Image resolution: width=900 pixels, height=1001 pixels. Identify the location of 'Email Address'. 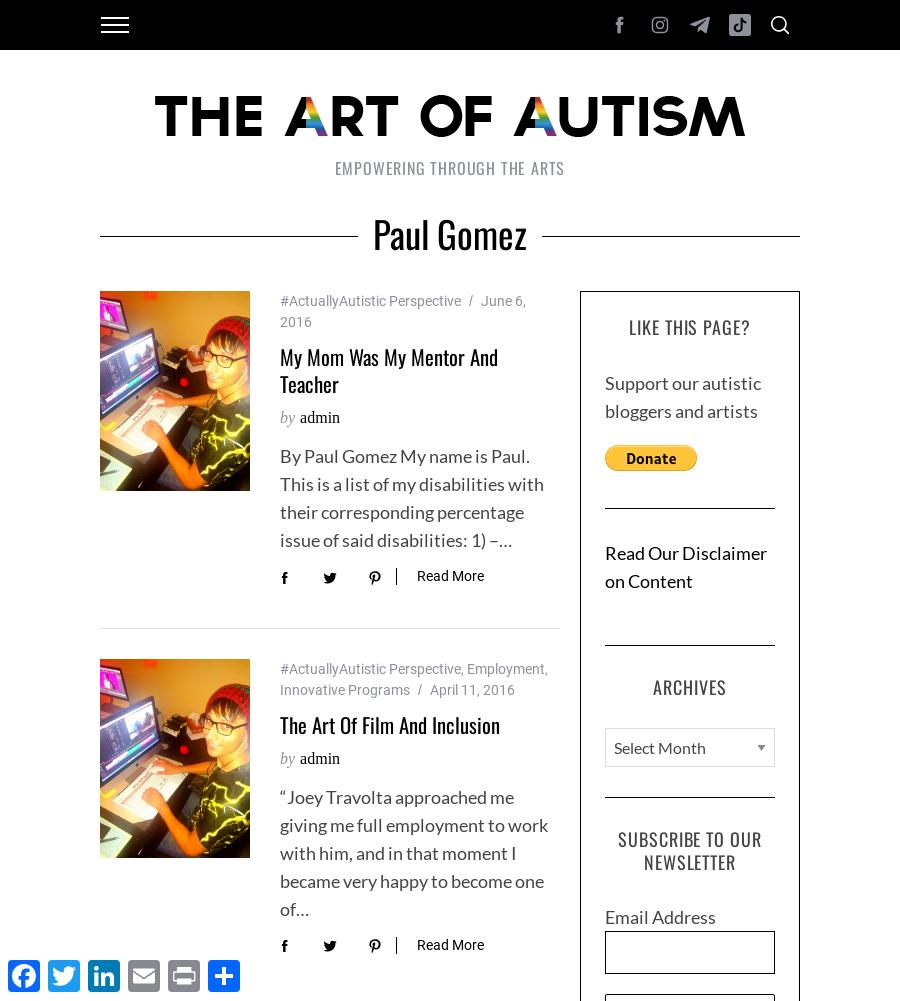
(660, 917).